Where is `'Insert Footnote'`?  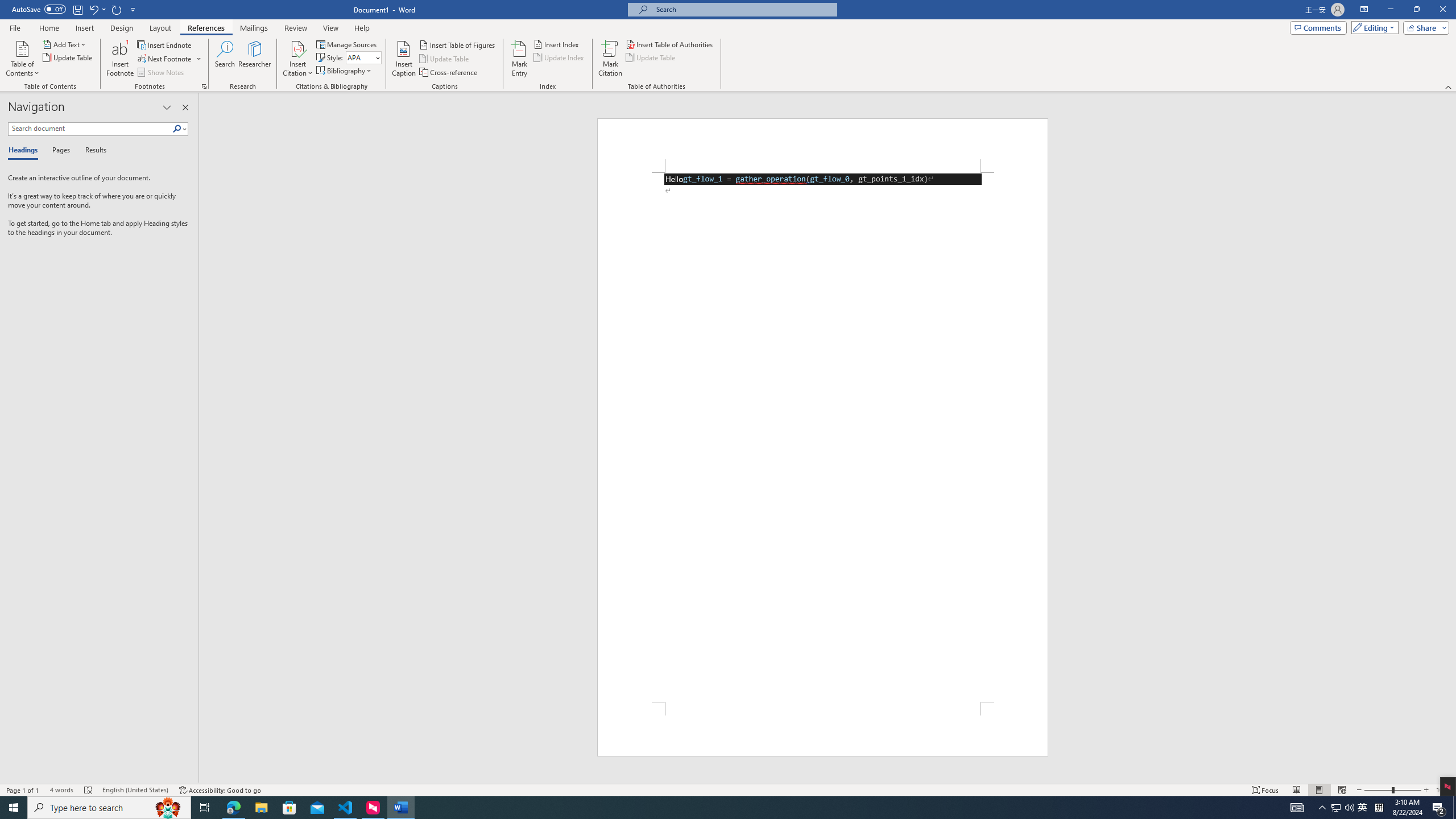 'Insert Footnote' is located at coordinates (120, 59).